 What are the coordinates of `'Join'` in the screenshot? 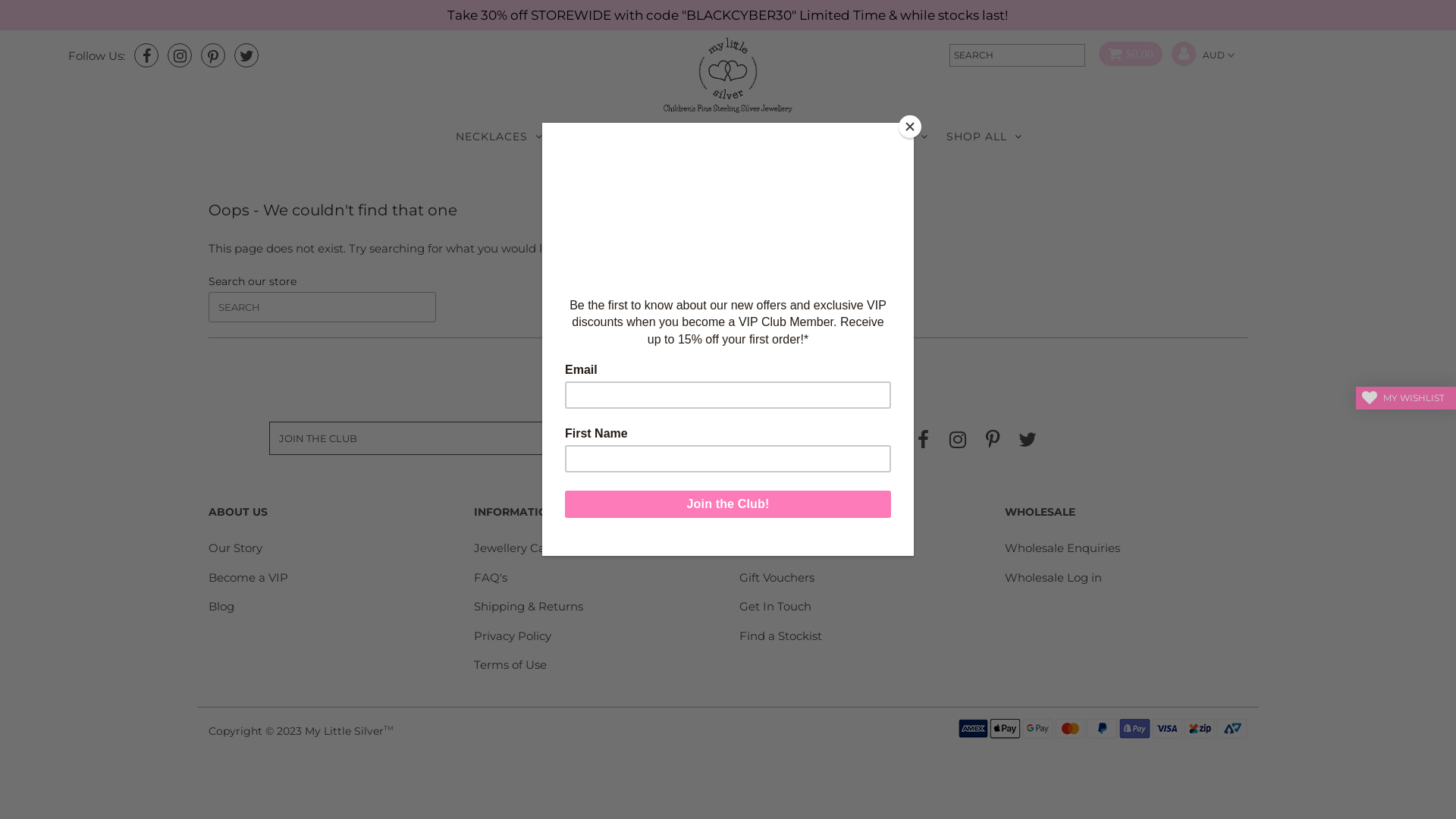 It's located at (621, 438).